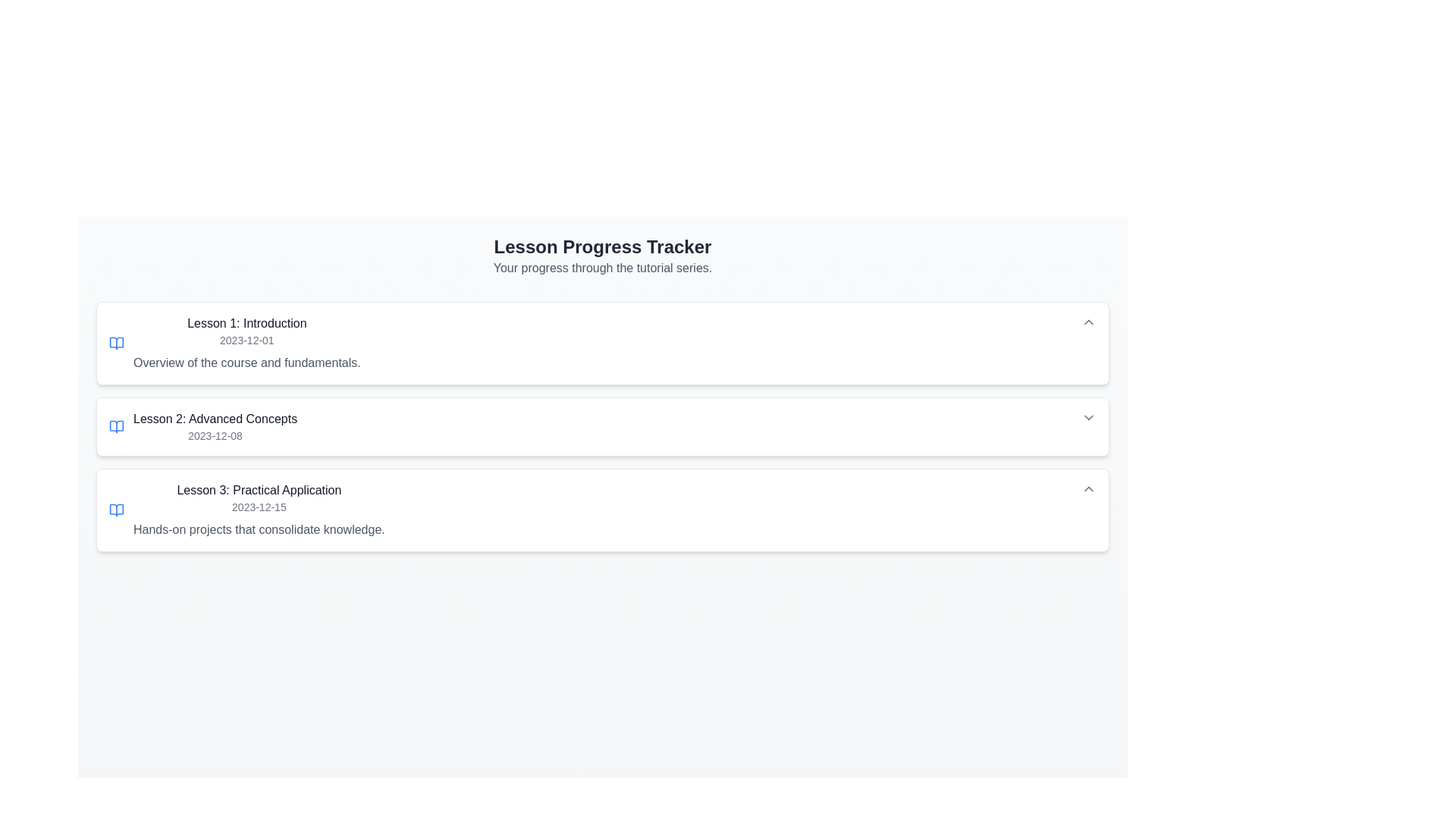  Describe the element at coordinates (246, 362) in the screenshot. I see `the Text Label that provides a brief description or summary of the lesson's content, located under the 'Lesson 1: Introduction' heading in the 'Lesson Progress Tracker'` at that location.